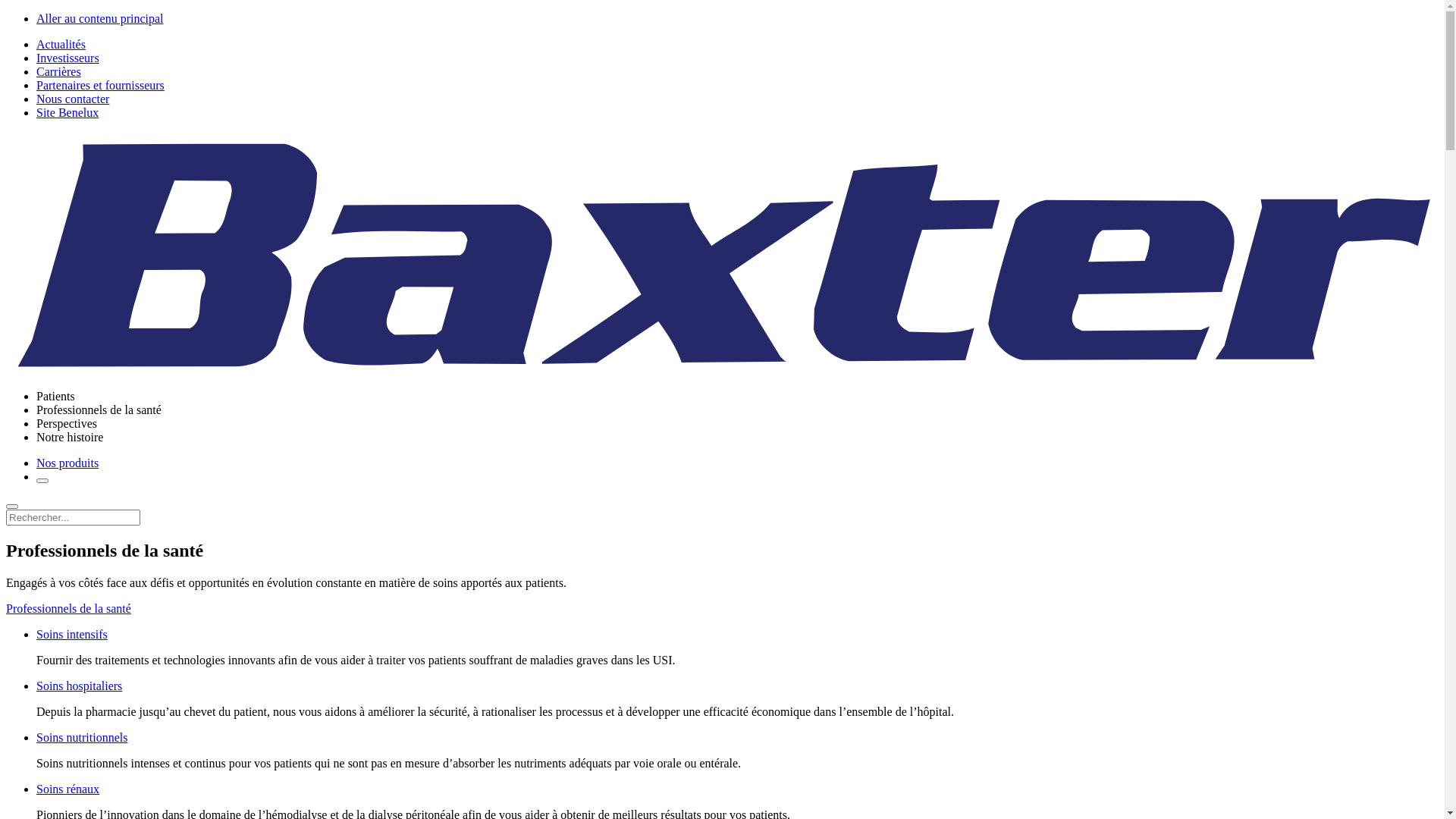 The width and height of the screenshot is (1456, 819). I want to click on 'Soins hospitaliers', so click(78, 686).